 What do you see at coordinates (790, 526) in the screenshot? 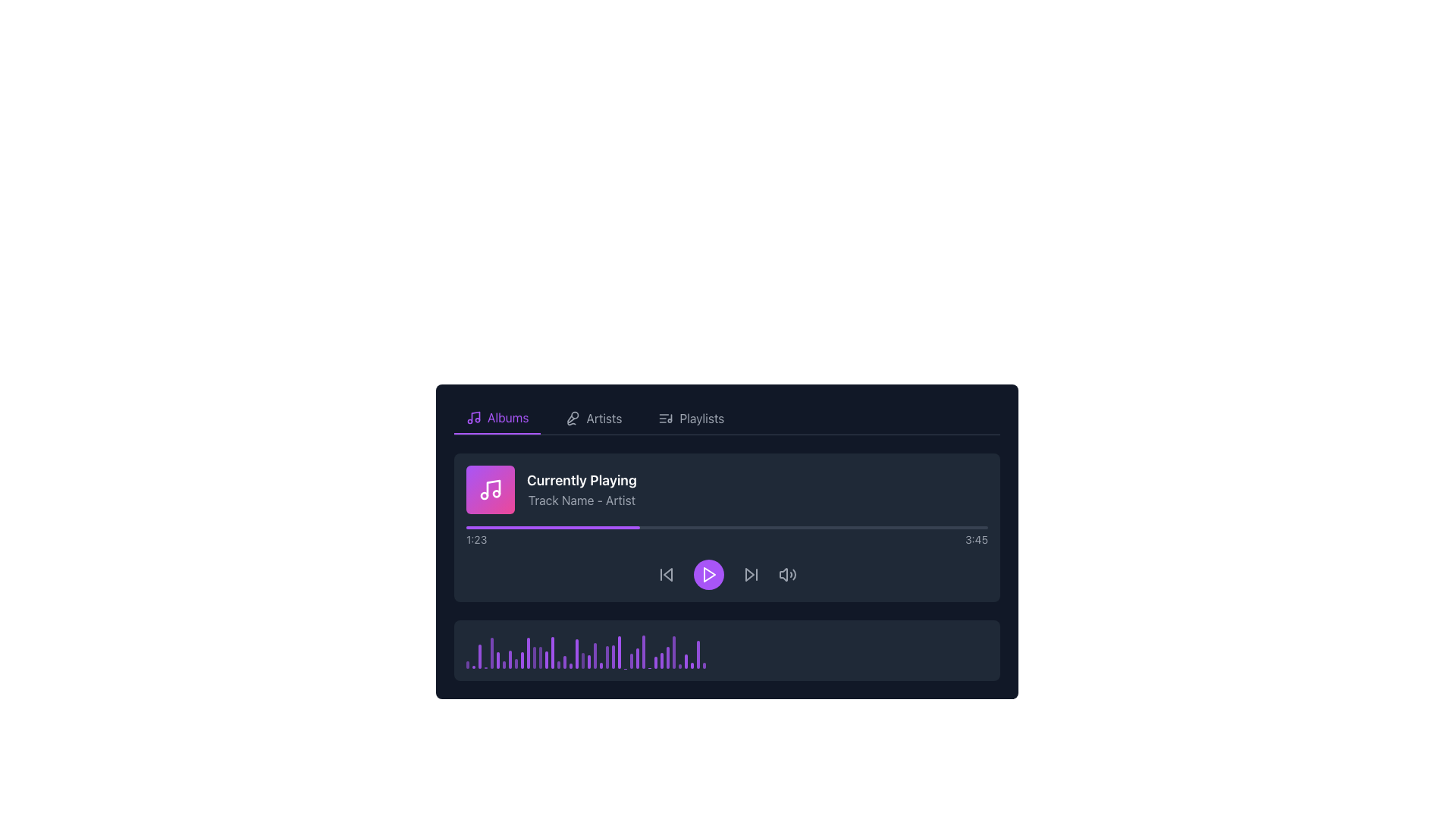
I see `the playback position` at bounding box center [790, 526].